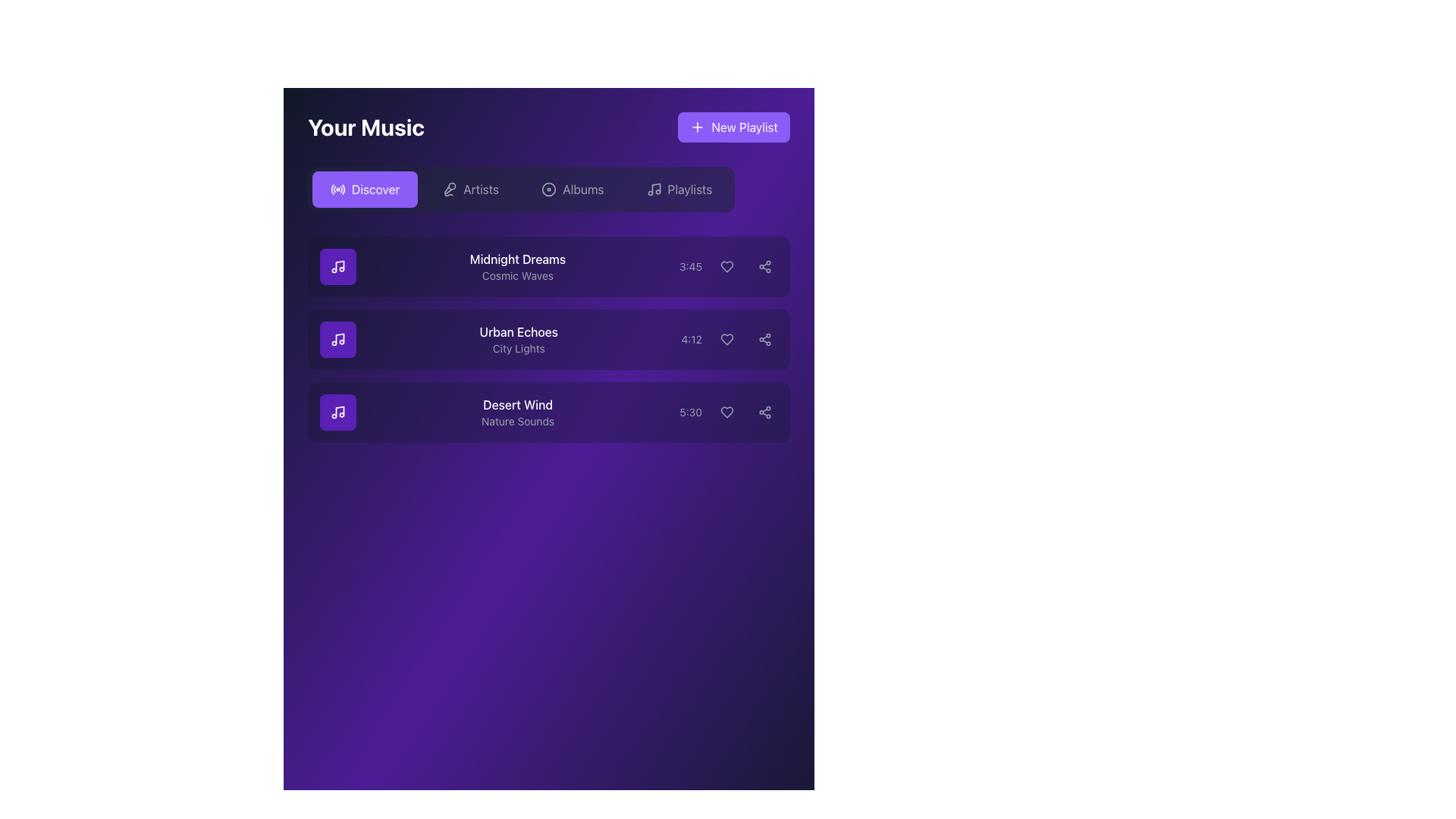 This screenshot has width=1456, height=819. What do you see at coordinates (726, 412) in the screenshot?
I see `the heart icon in the third row of the list display to mark the 'Desert Wind' track as favorite` at bounding box center [726, 412].